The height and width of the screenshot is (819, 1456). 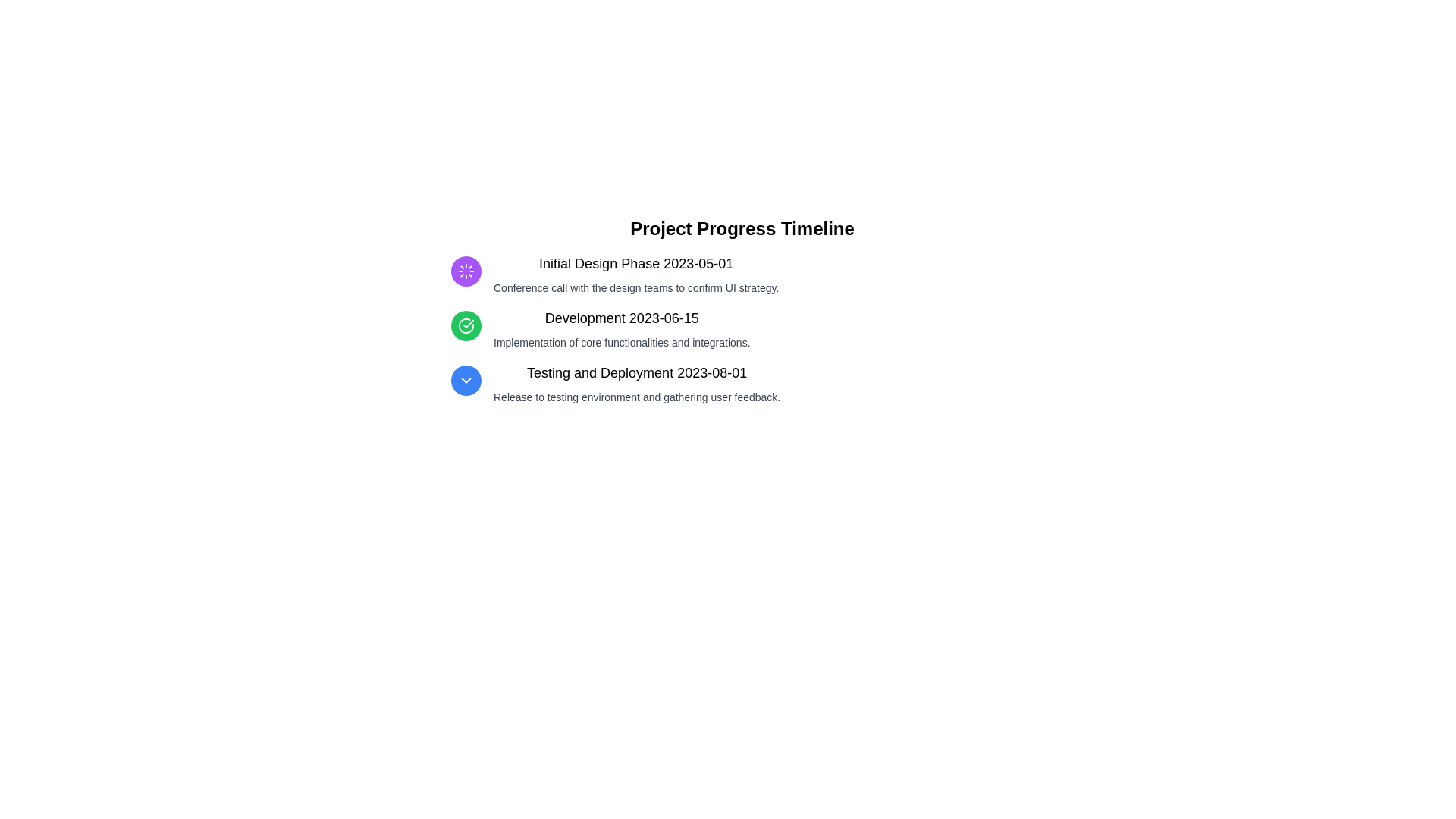 What do you see at coordinates (742, 275) in the screenshot?
I see `the first list item element under 'Project Progress Timeline'` at bounding box center [742, 275].